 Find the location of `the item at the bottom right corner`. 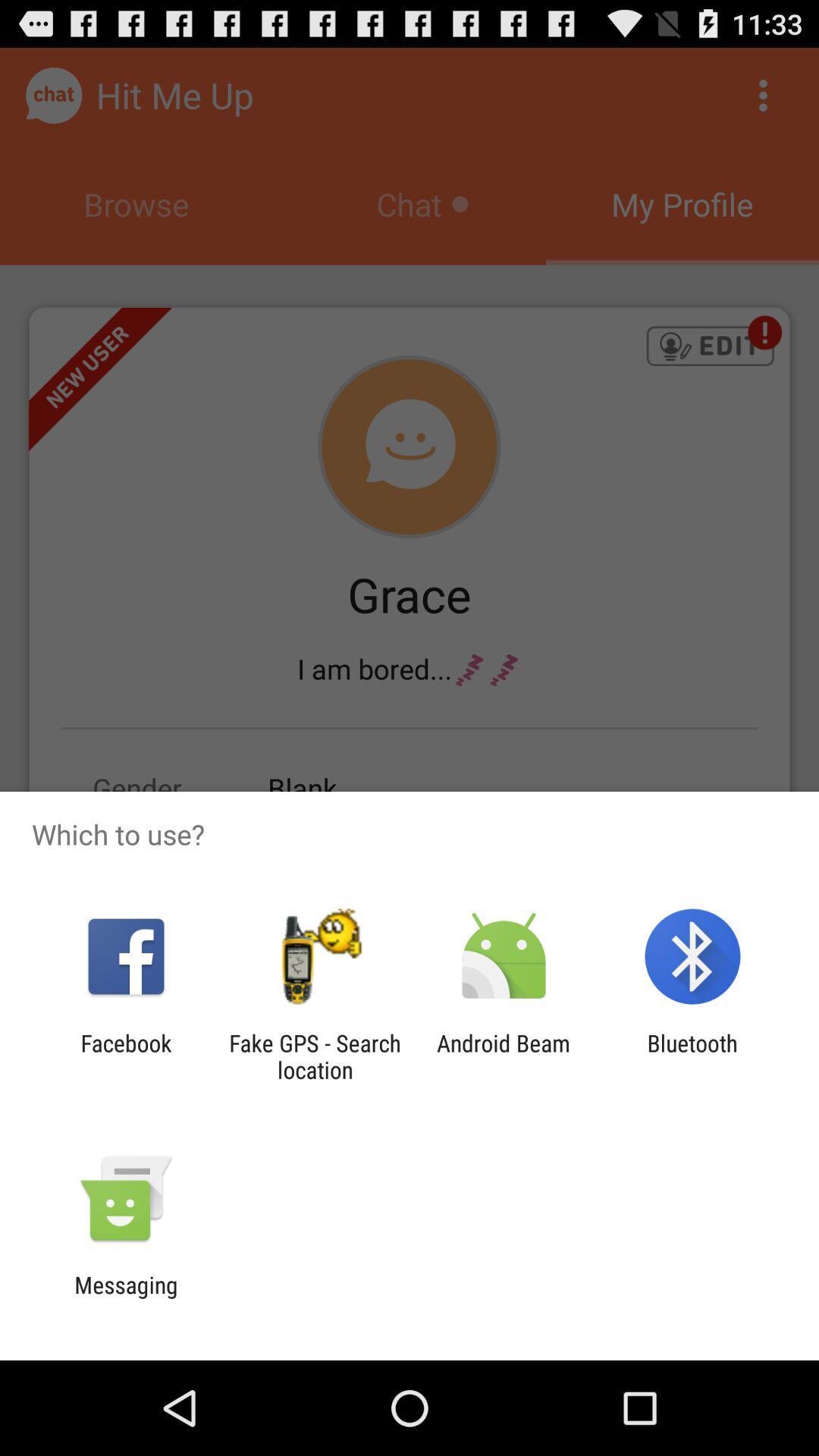

the item at the bottom right corner is located at coordinates (692, 1056).